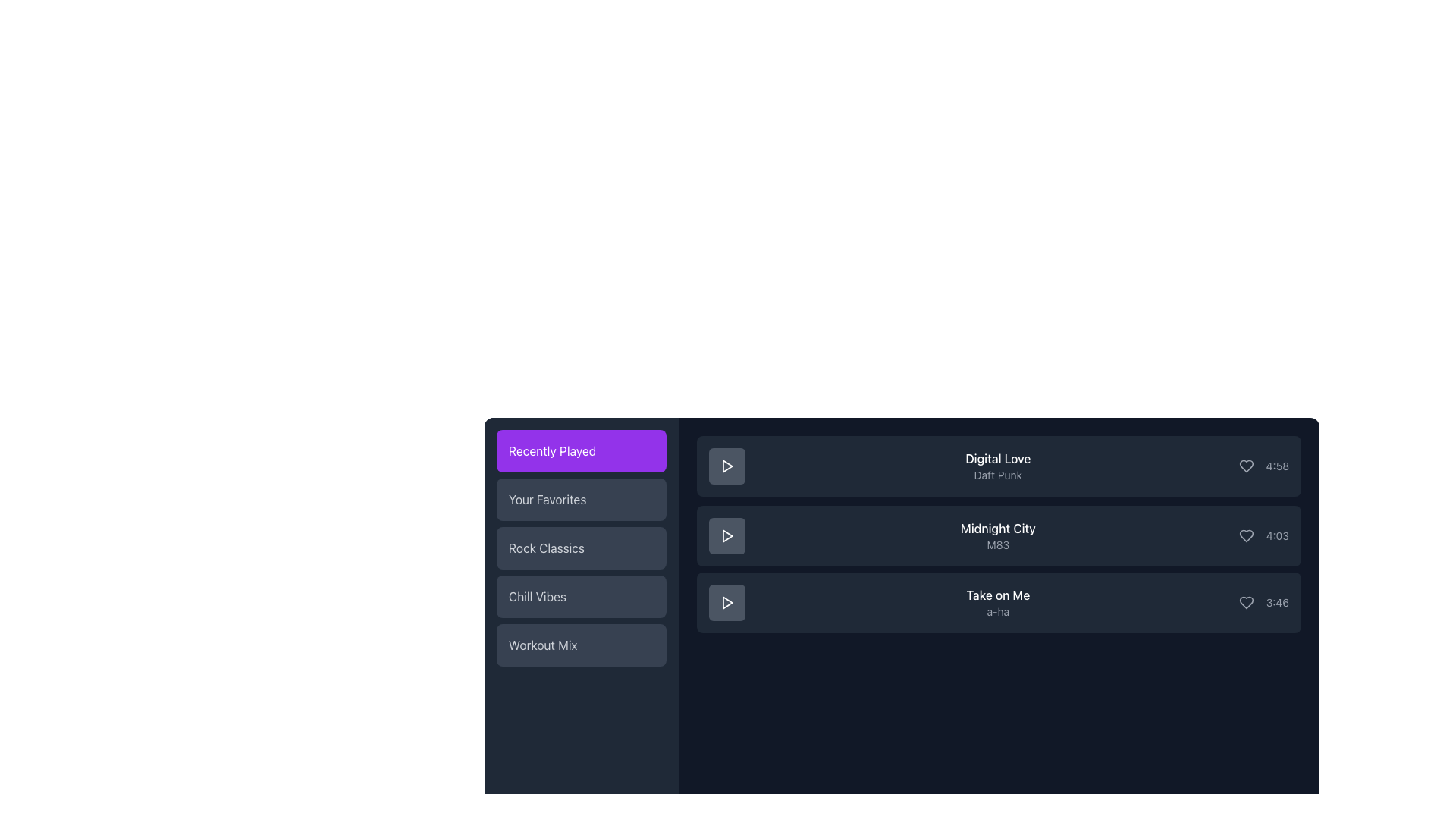 This screenshot has height=819, width=1456. Describe the element at coordinates (1246, 535) in the screenshot. I see `the heart icon button next to the song title 'Midnight City' by 'M83' to mark it as liked` at that location.